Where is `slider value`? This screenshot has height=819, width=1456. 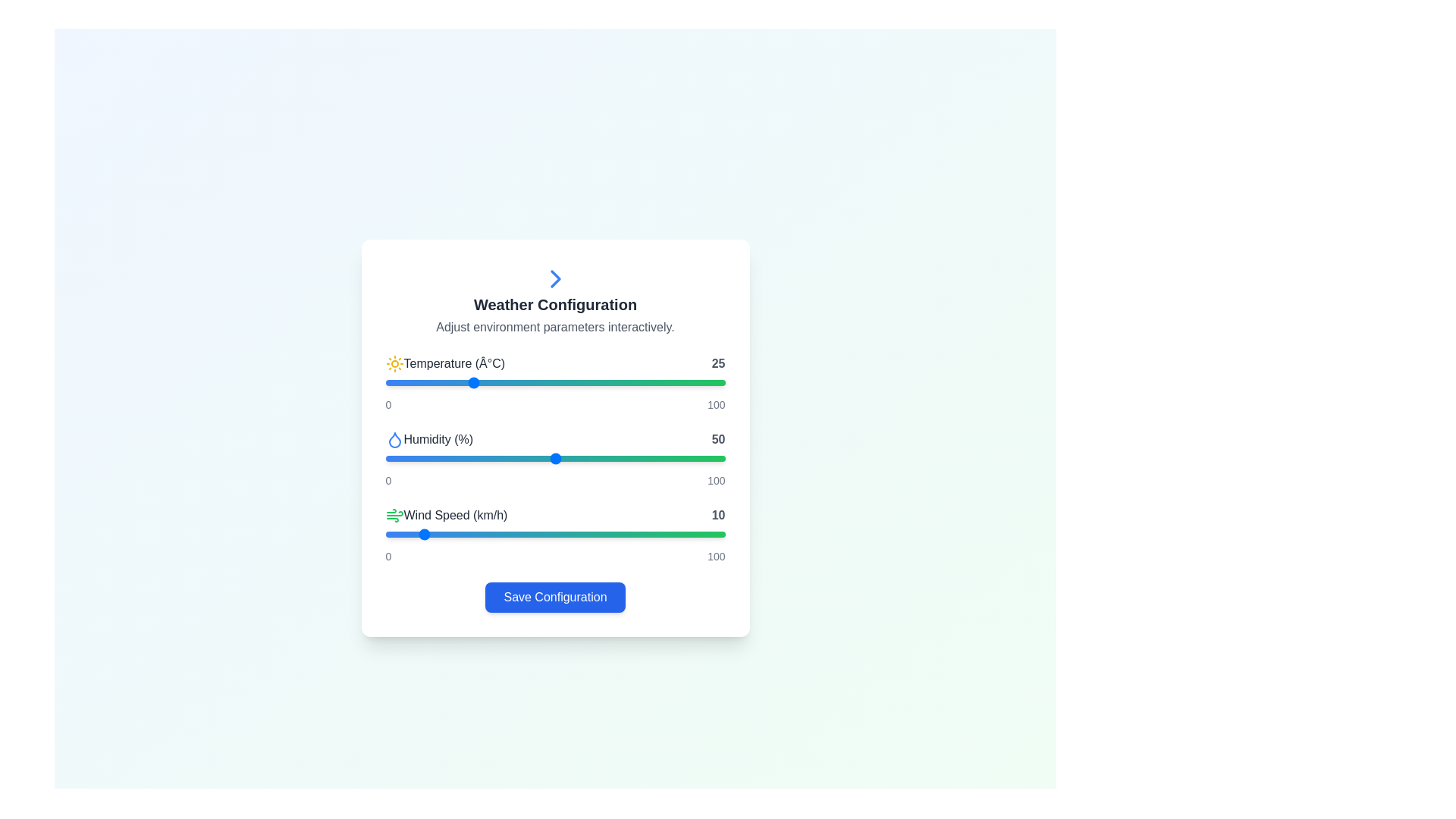
slider value is located at coordinates (623, 382).